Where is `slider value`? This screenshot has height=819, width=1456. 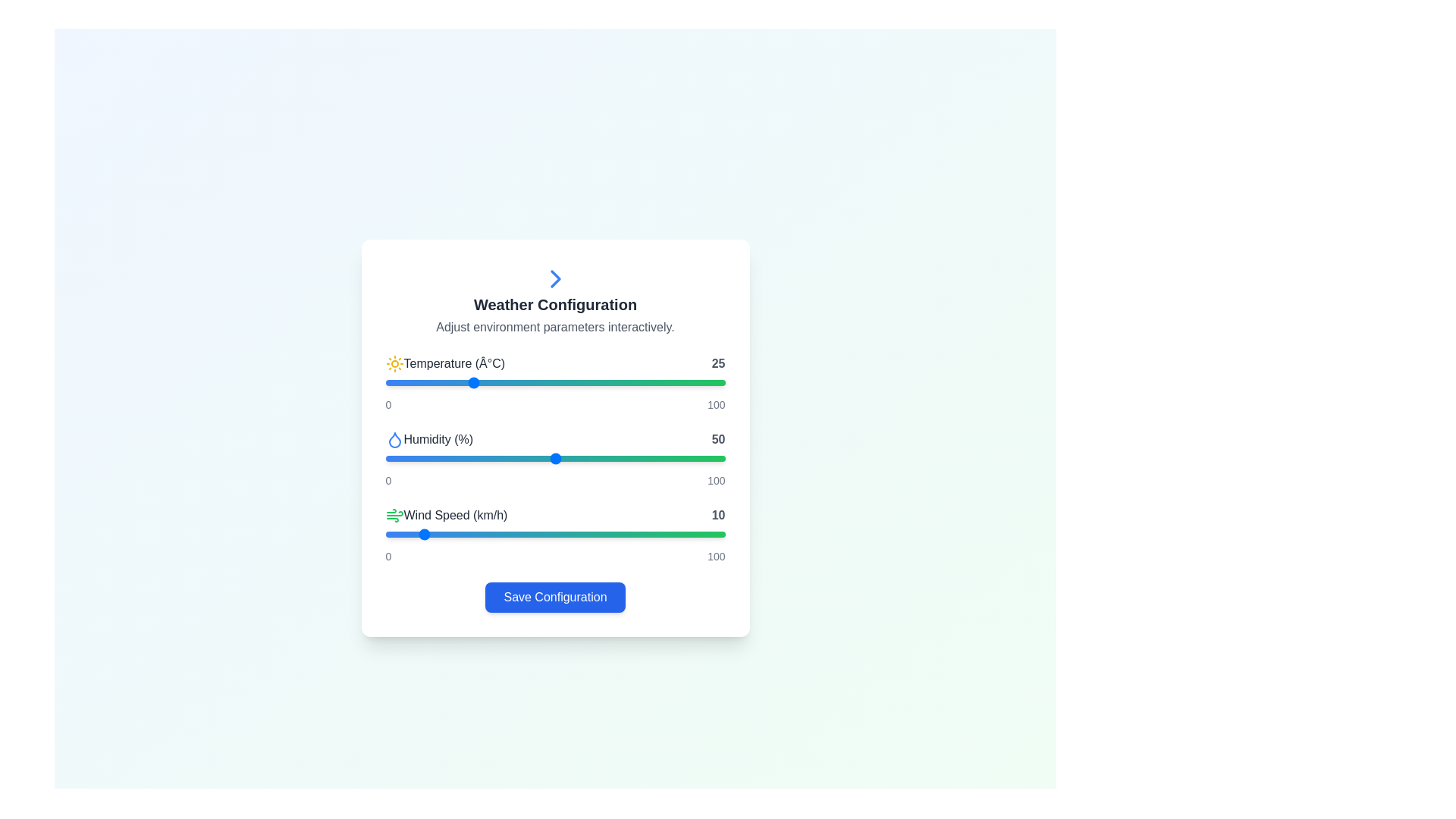
slider value is located at coordinates (623, 382).